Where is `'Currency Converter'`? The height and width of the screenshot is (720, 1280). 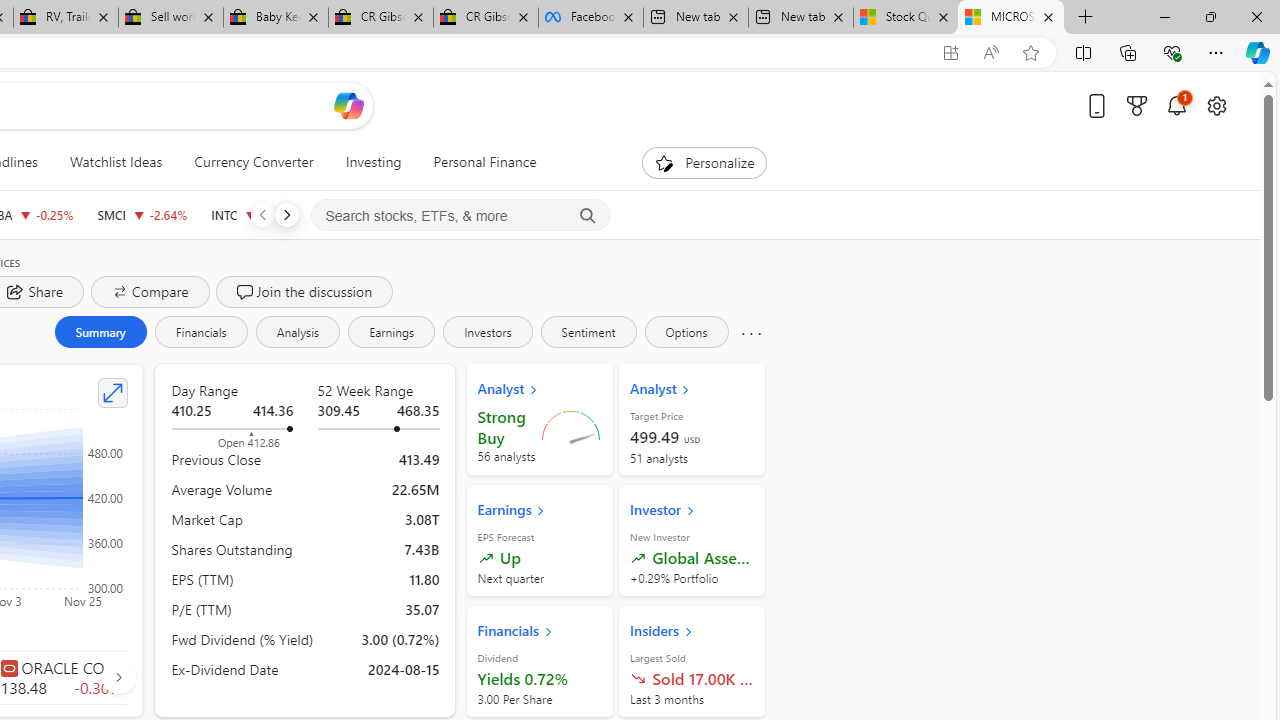 'Currency Converter' is located at coordinates (253, 162).